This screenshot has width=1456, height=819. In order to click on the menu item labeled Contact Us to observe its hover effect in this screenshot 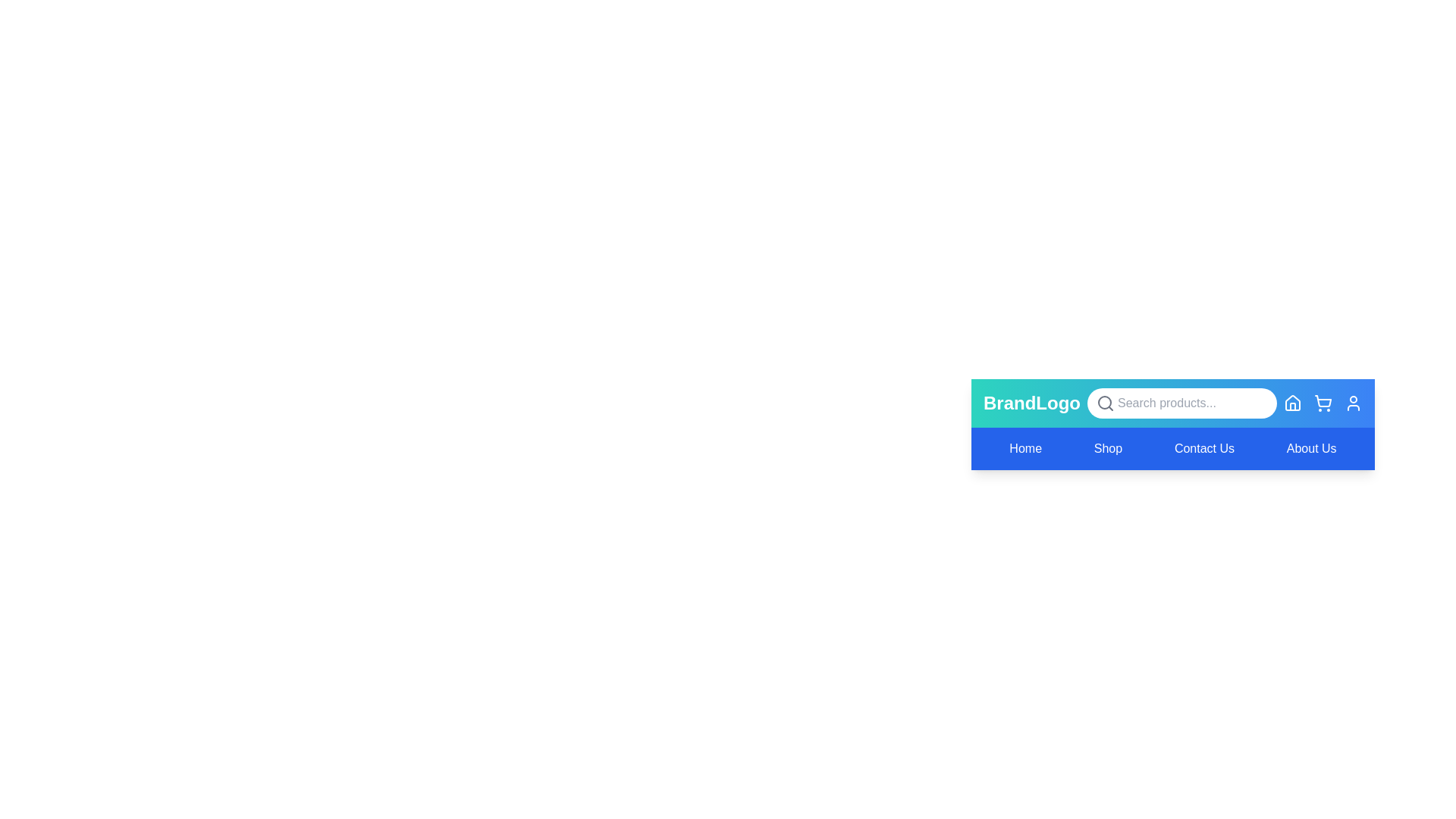, I will do `click(1203, 447)`.